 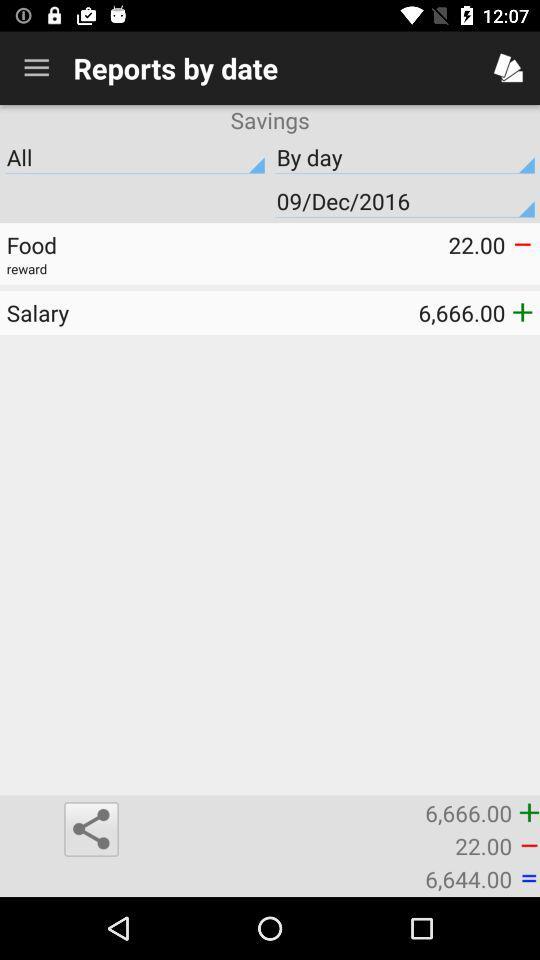 I want to click on item next to the by day, so click(x=135, y=156).